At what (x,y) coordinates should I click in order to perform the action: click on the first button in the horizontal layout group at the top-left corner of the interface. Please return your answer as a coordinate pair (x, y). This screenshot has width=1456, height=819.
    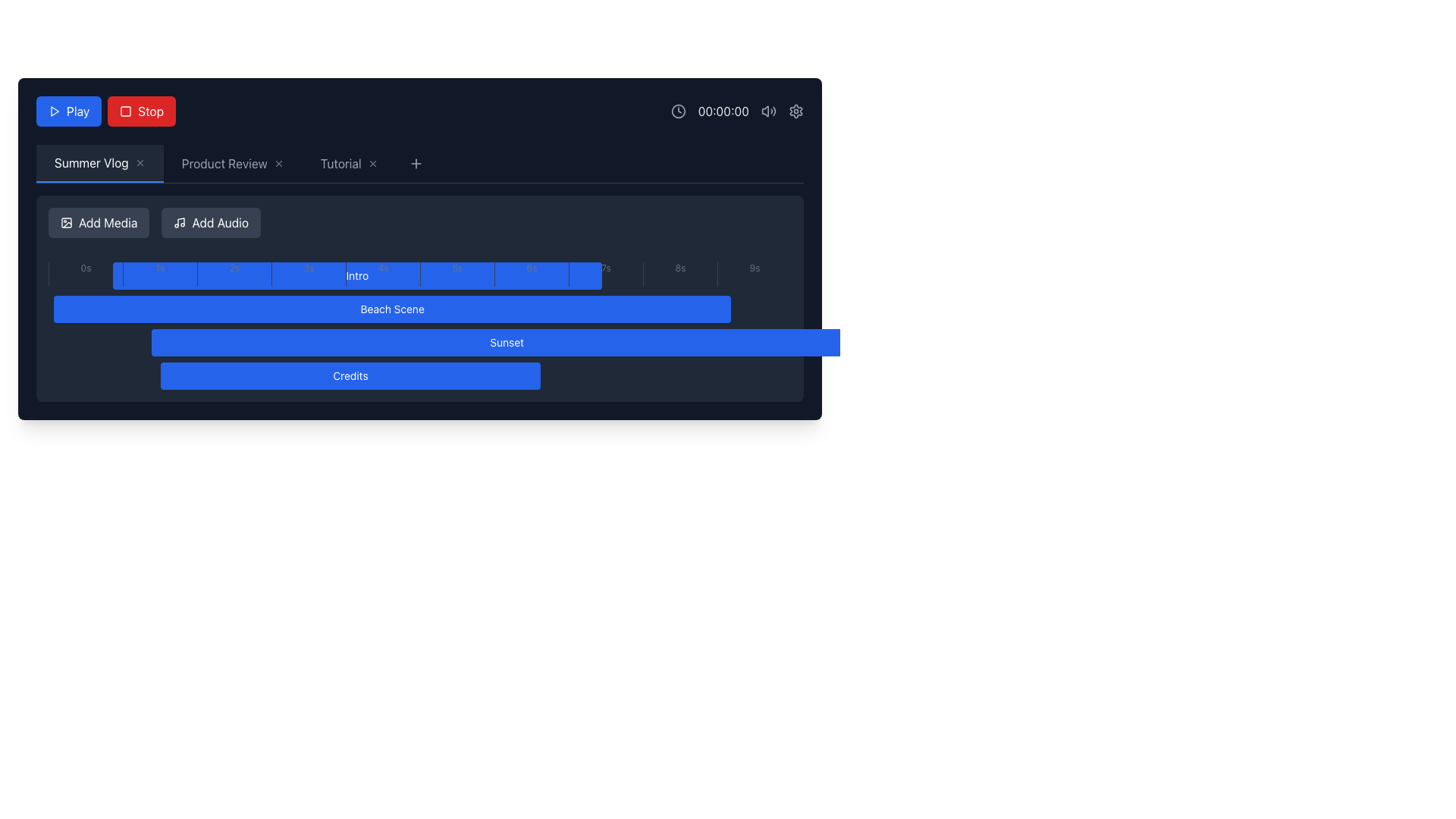
    Looking at the image, I should click on (68, 110).